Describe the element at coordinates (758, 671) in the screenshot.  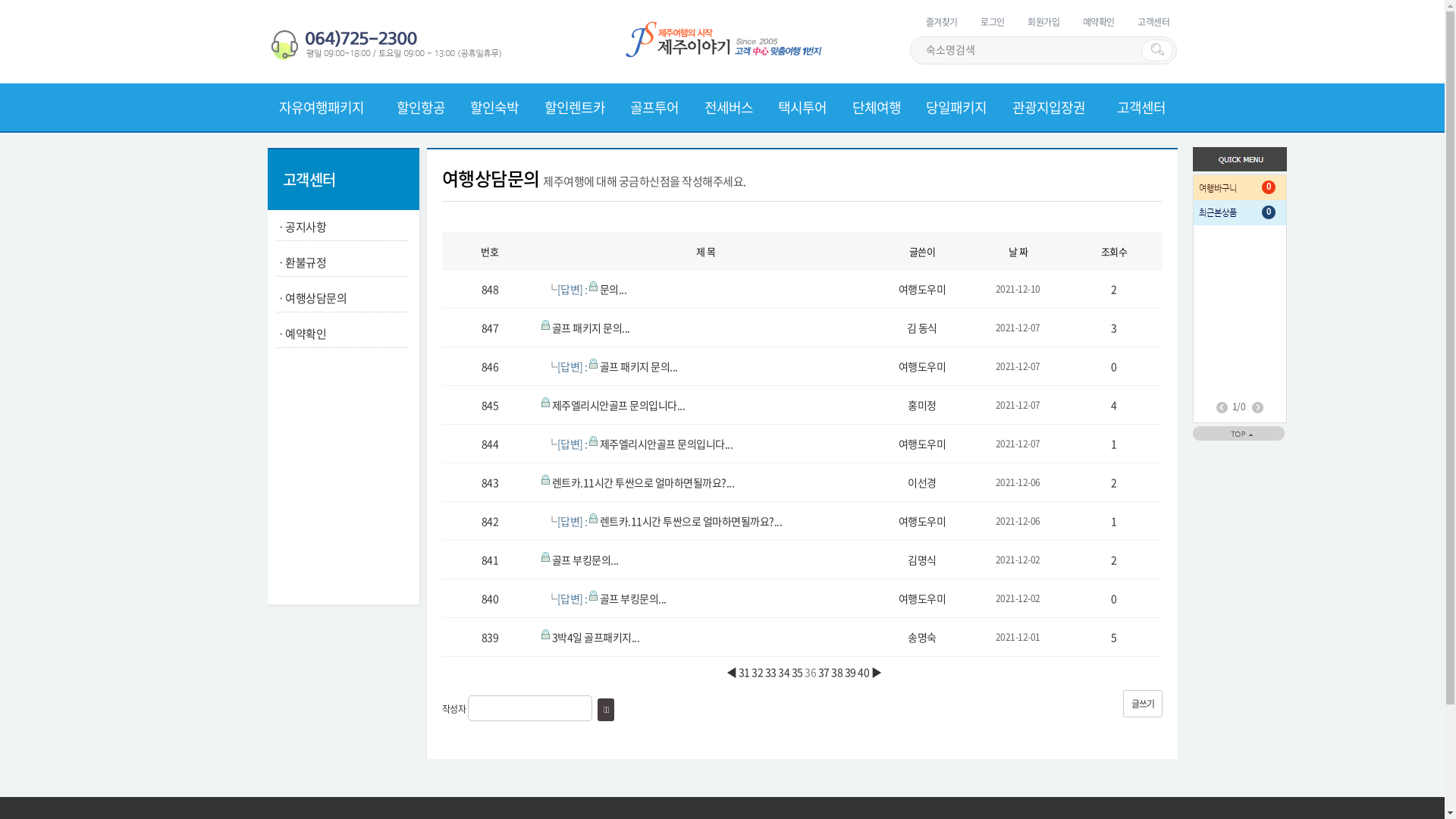
I see `'32'` at that location.